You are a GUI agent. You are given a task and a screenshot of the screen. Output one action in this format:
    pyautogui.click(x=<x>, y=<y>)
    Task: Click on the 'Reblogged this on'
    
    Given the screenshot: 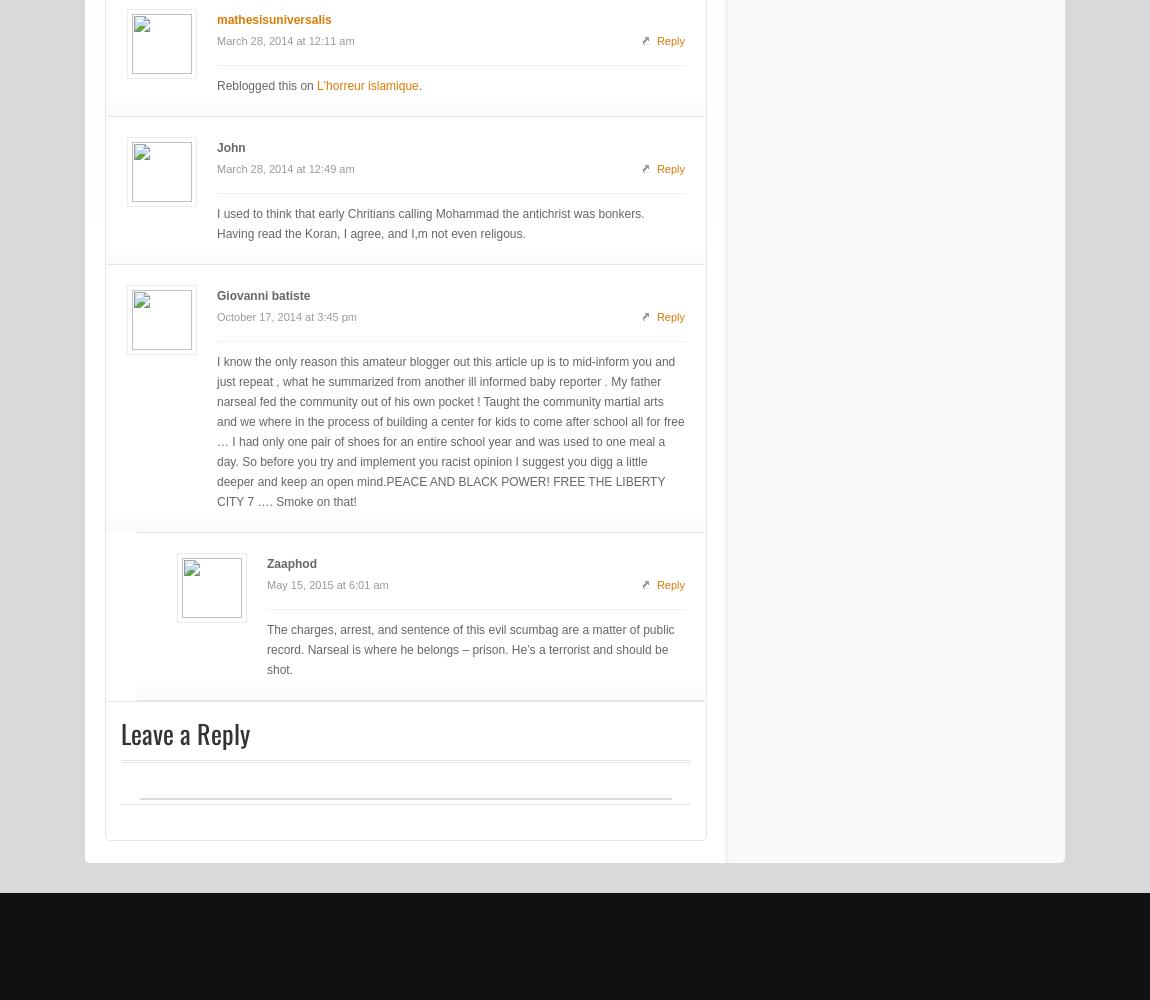 What is the action you would take?
    pyautogui.click(x=266, y=85)
    